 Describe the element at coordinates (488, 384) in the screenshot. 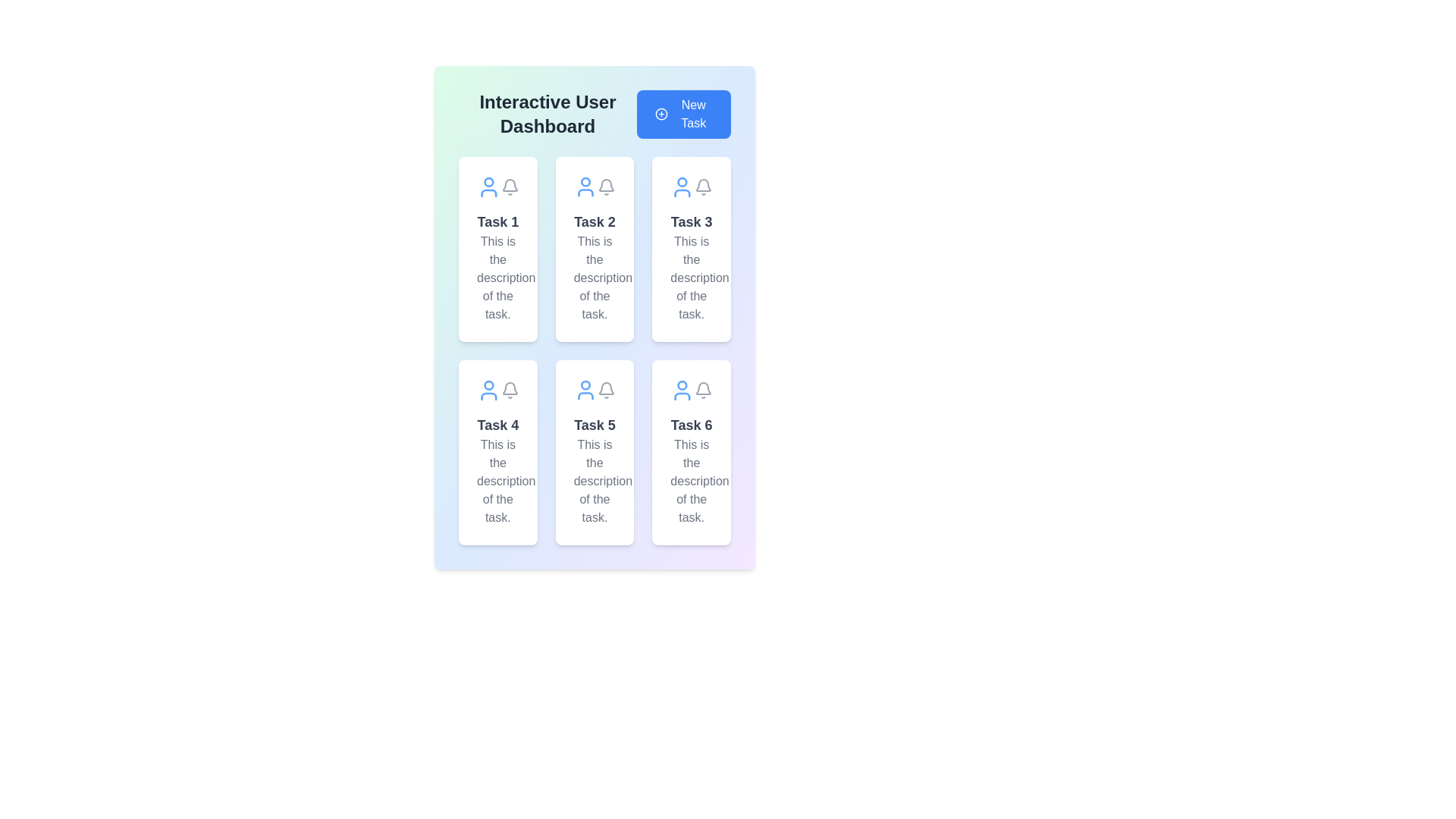

I see `the circular SVG element representing user-related features, located at the center of the user icon within the card for Task 4` at that location.